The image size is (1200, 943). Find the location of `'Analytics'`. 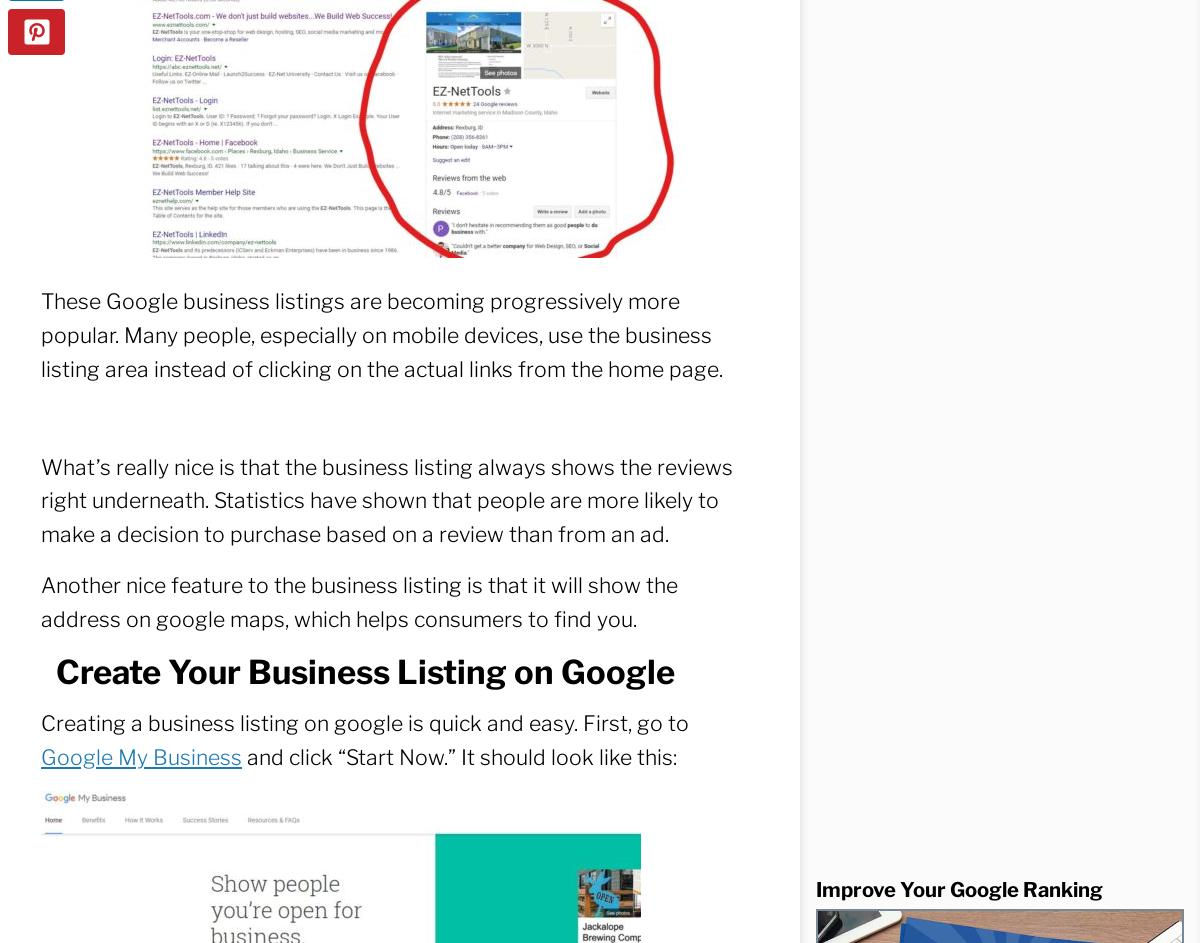

'Analytics' is located at coordinates (197, 725).